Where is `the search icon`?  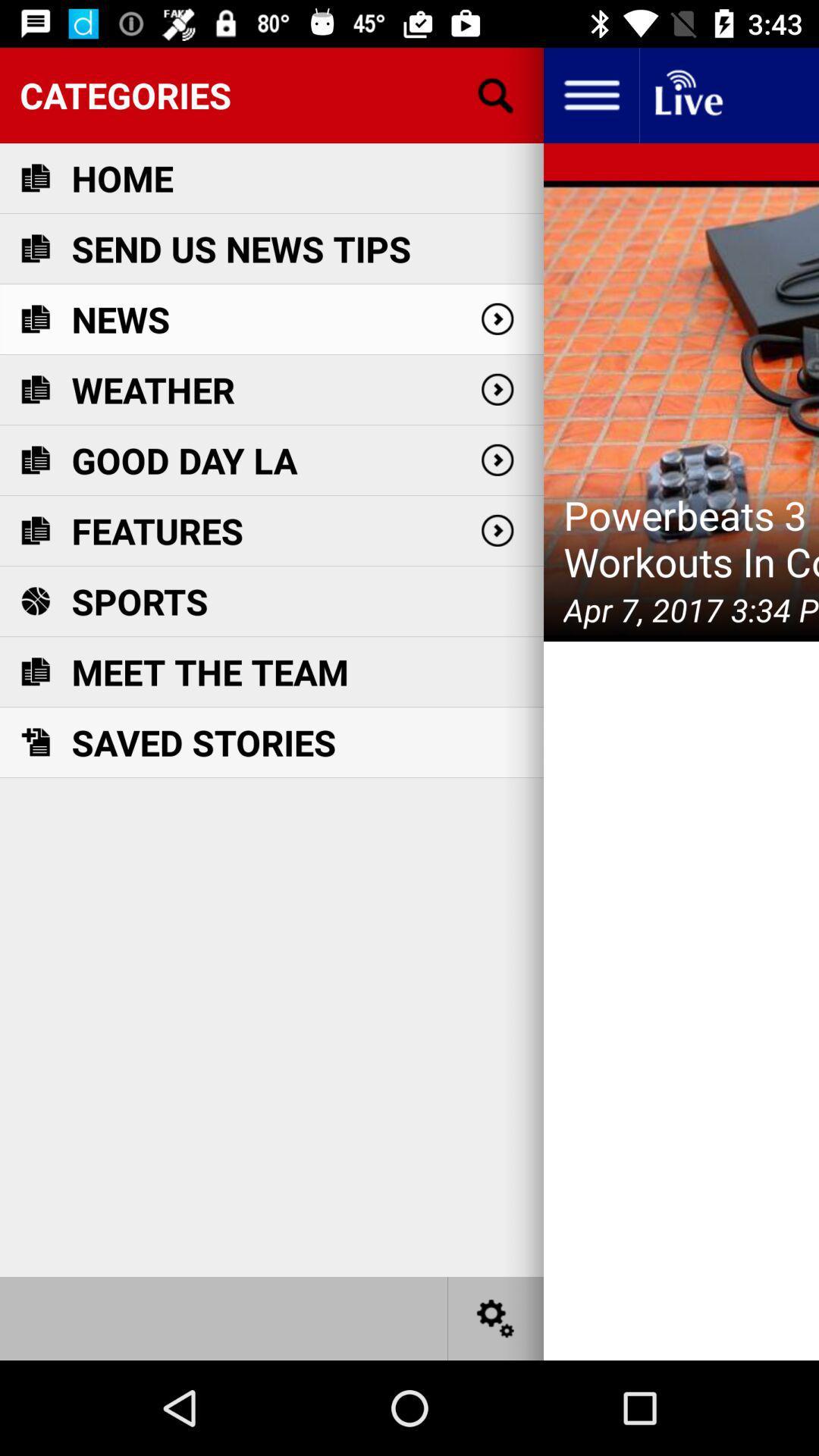 the search icon is located at coordinates (496, 94).